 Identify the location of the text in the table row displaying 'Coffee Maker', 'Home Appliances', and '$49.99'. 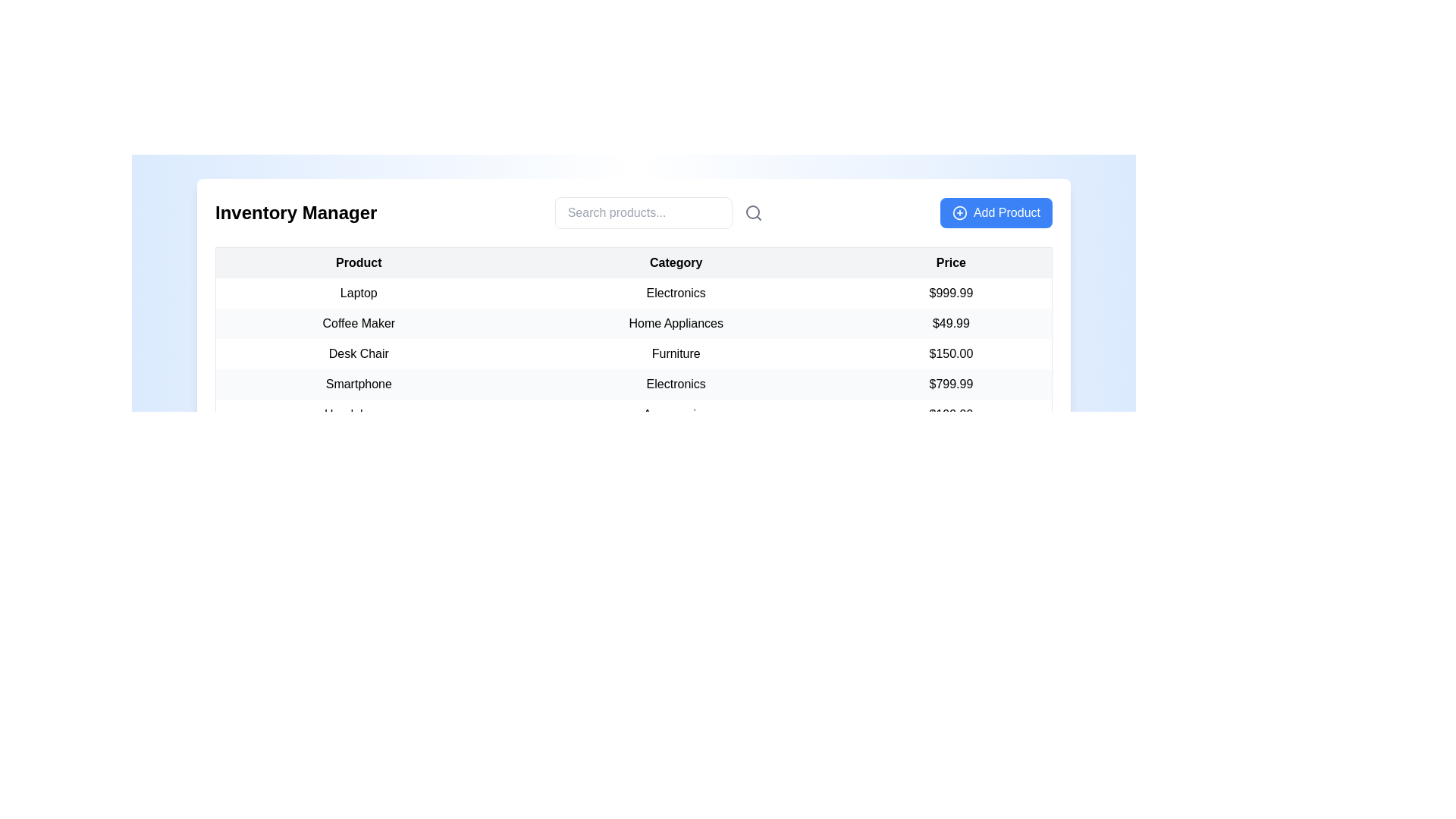
(633, 323).